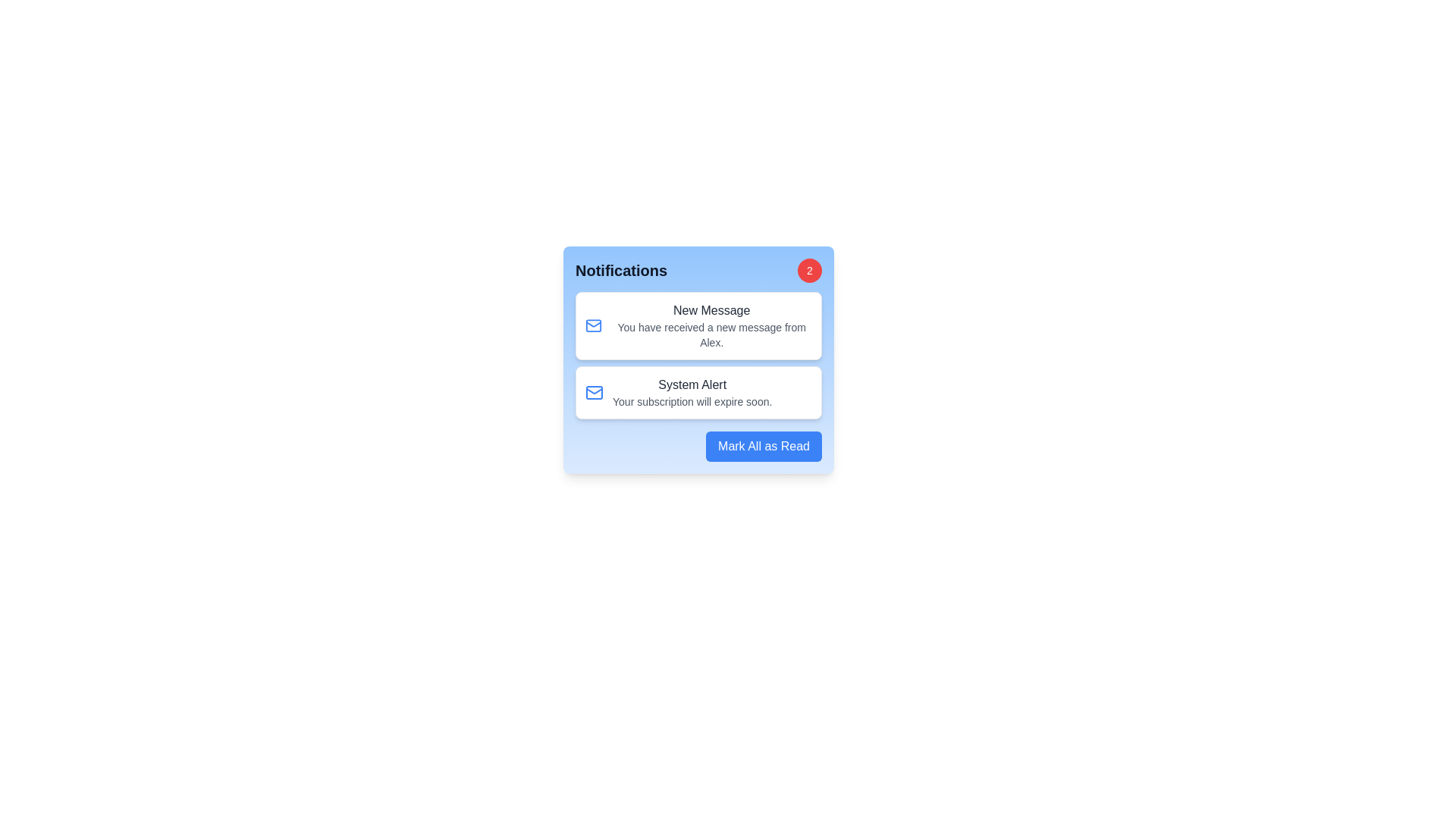  Describe the element at coordinates (692, 391) in the screenshot. I see `text content located in the second notification entry, which alerts the user about the expiration of their subscription` at that location.